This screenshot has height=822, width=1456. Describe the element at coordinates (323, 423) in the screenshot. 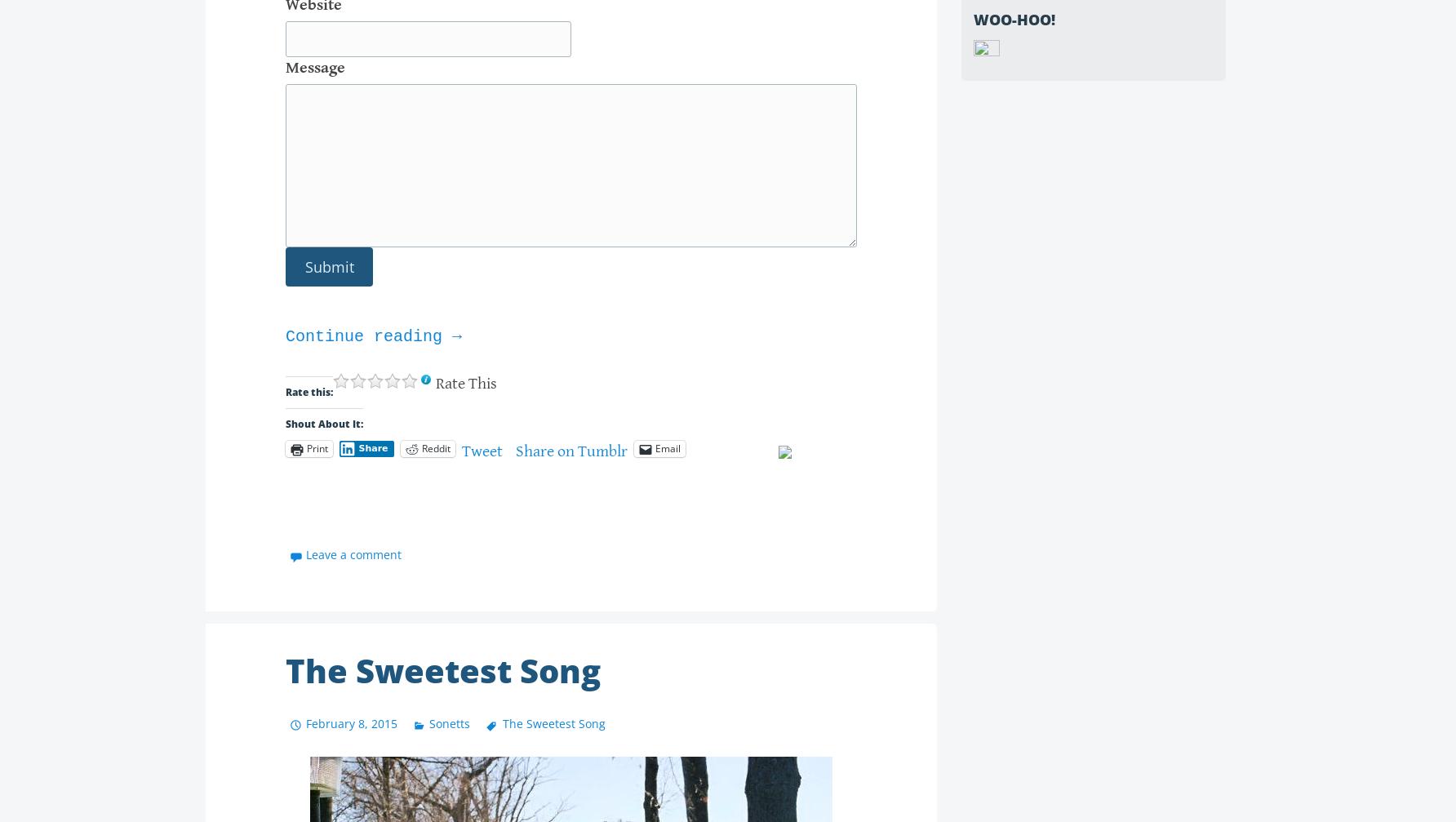

I see `'Shout About It:'` at that location.